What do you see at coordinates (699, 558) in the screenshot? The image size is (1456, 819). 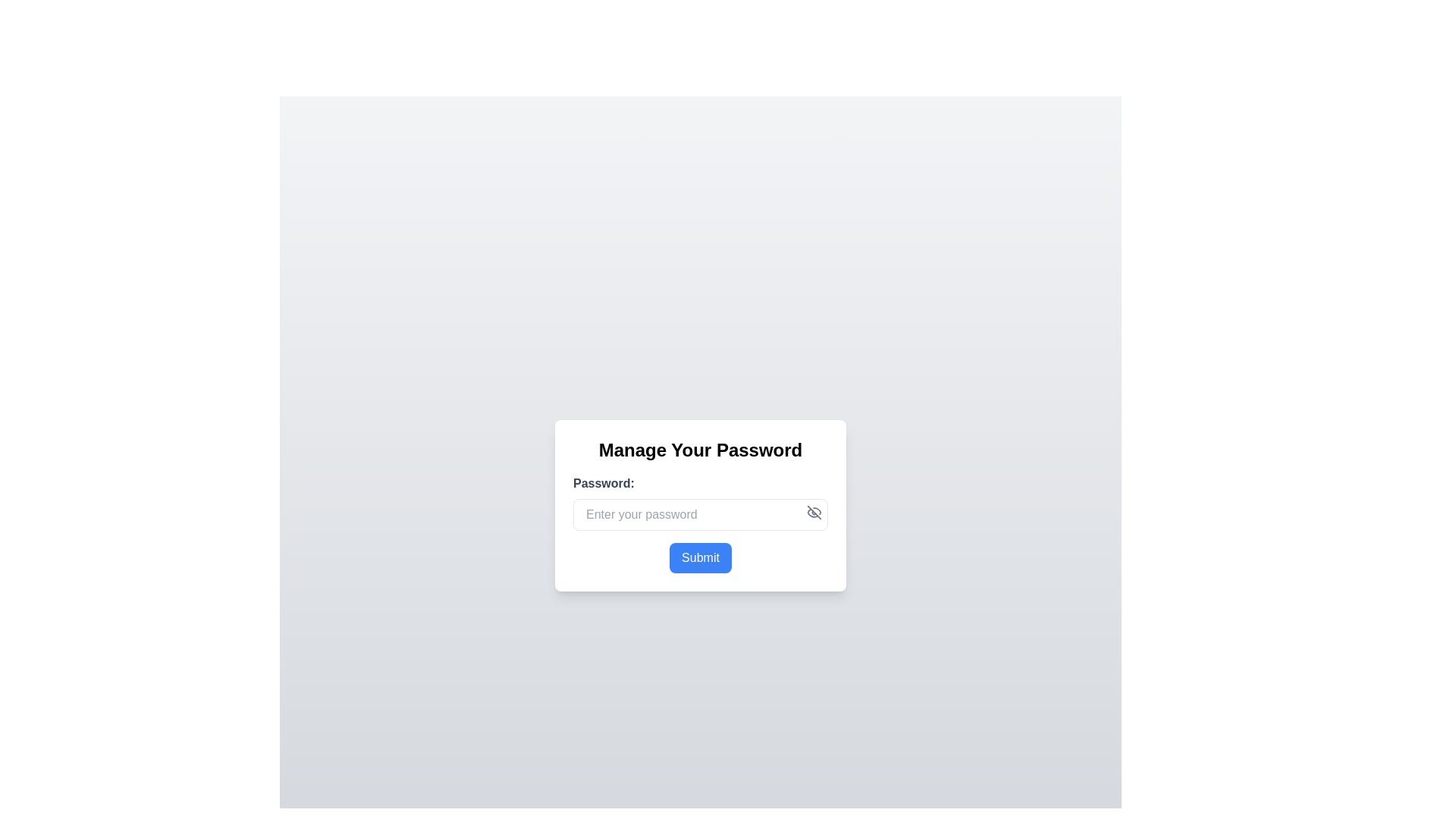 I see `the rounded rectangular button with a blue background and white text that says 'Submit'` at bounding box center [699, 558].